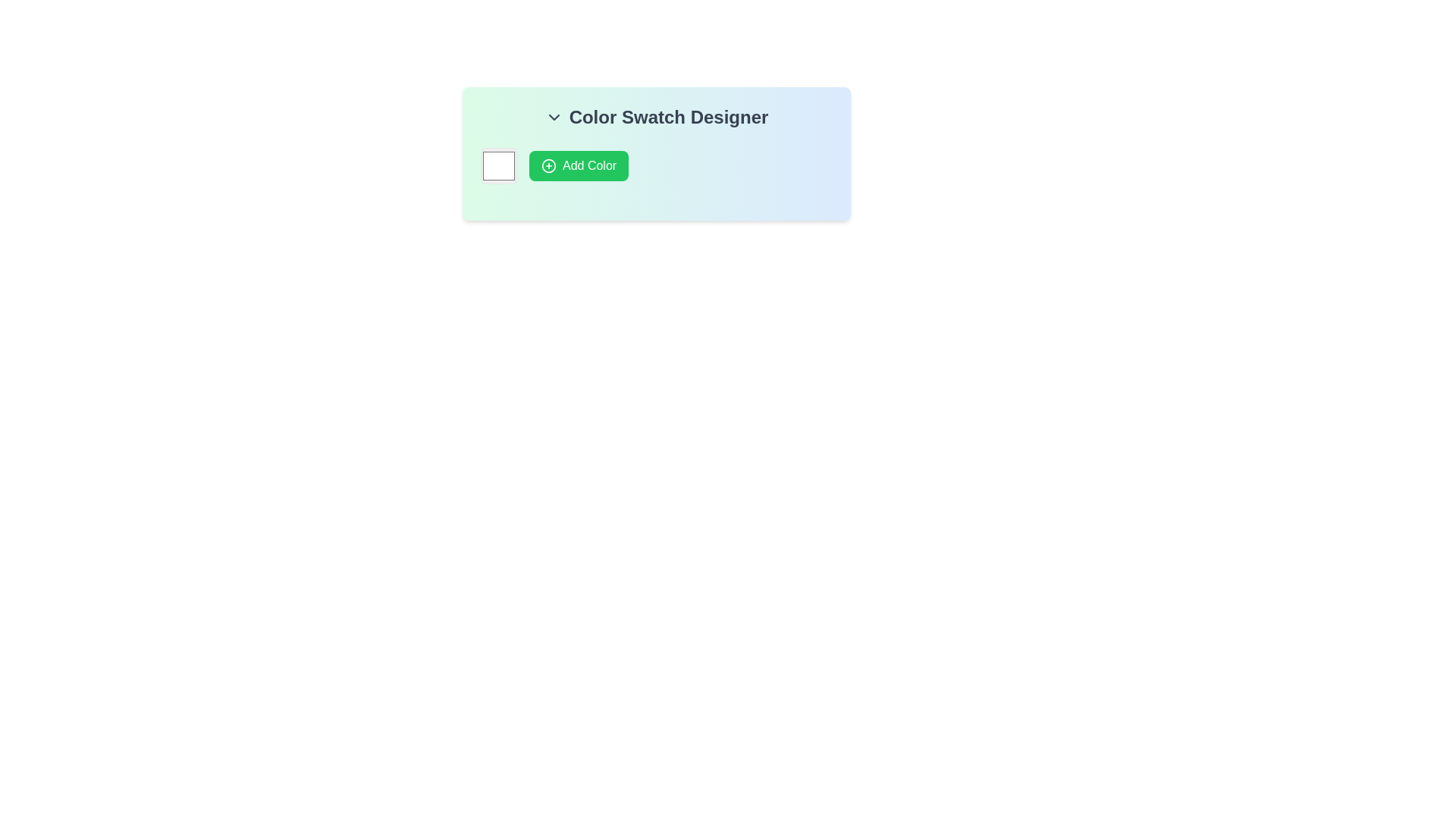  Describe the element at coordinates (548, 166) in the screenshot. I see `the circular plus icon embedded in the 'Add Color' button` at that location.